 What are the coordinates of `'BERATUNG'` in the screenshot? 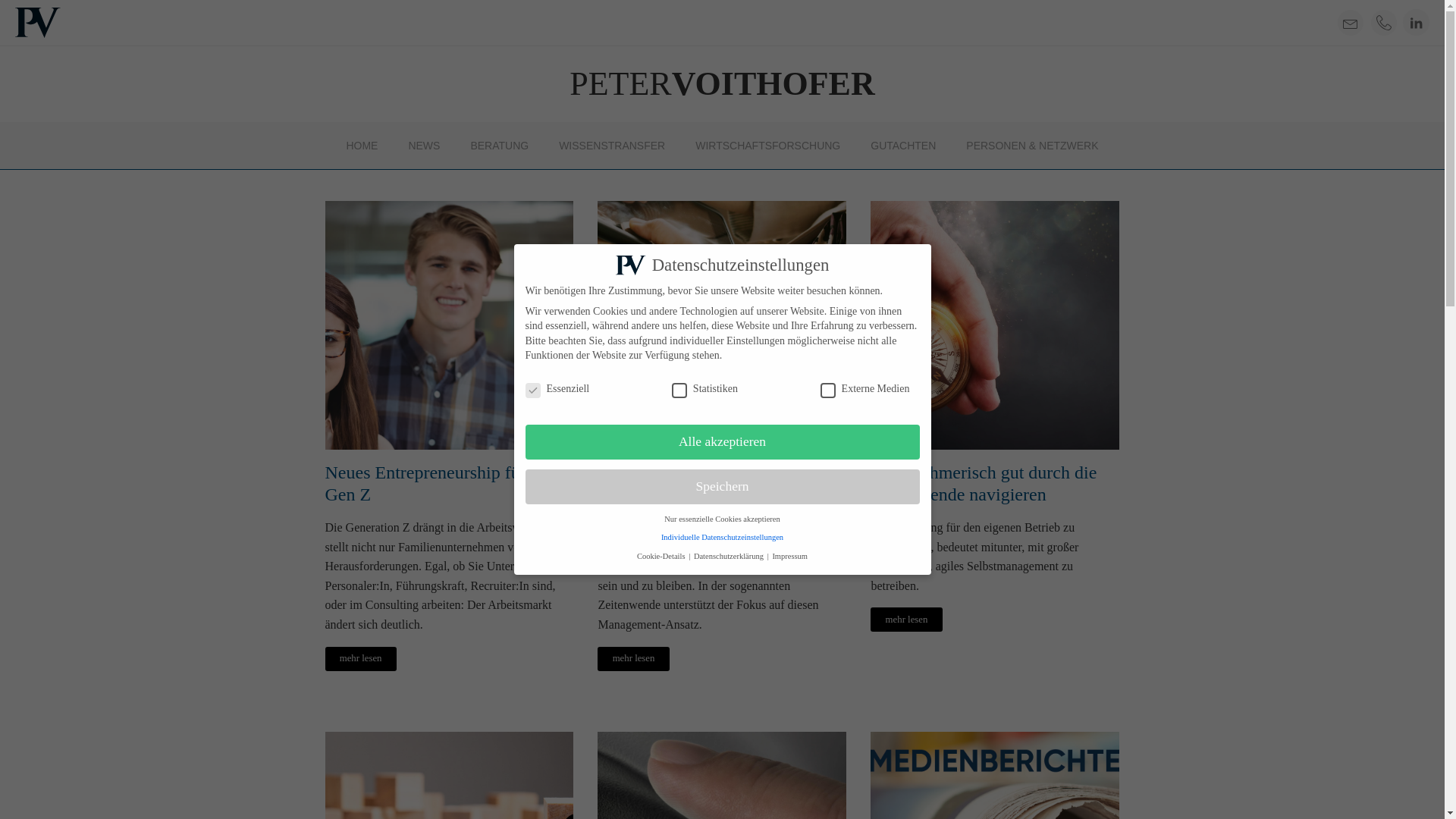 It's located at (499, 146).